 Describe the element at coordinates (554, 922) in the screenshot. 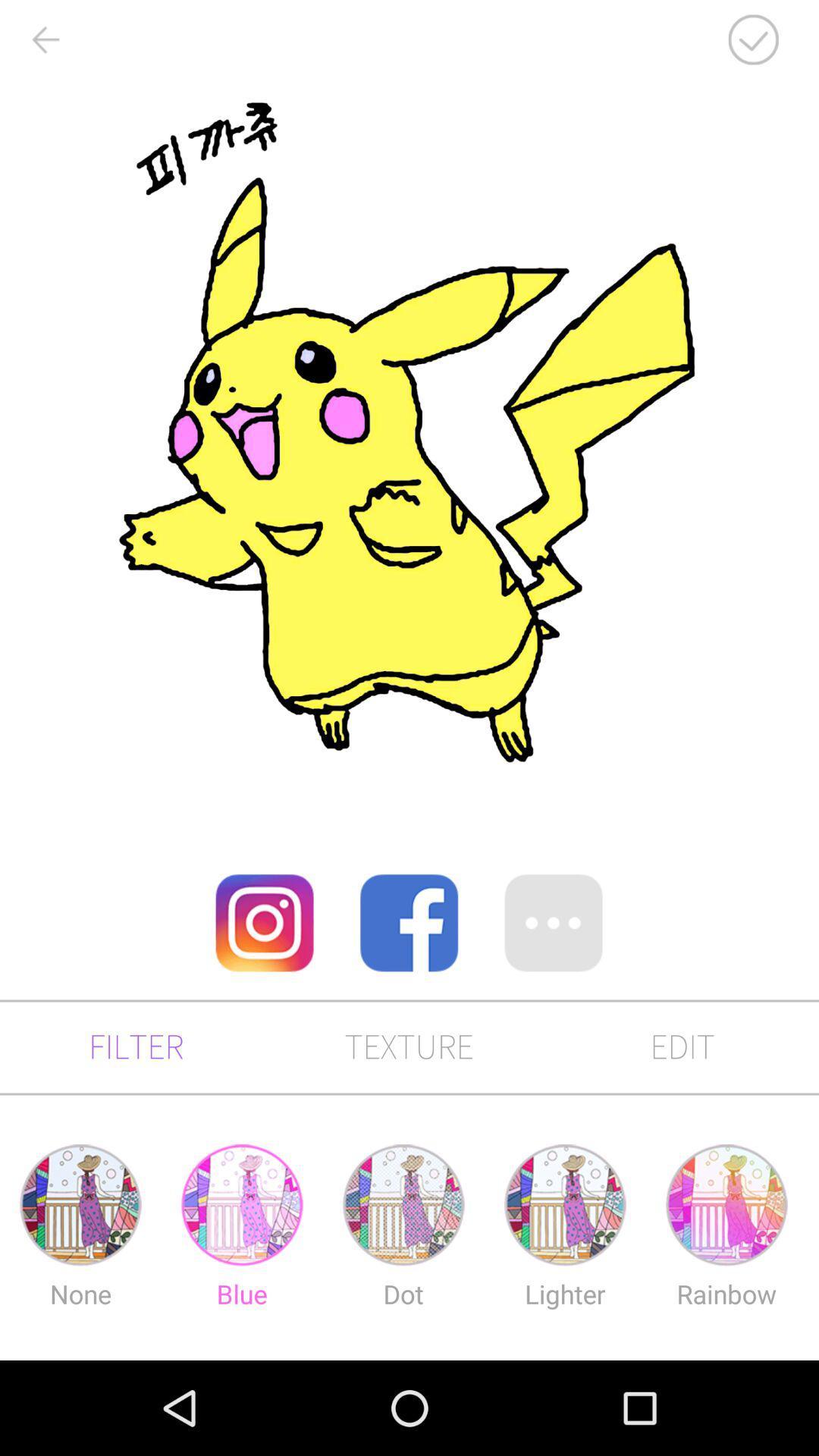

I see `the more icon` at that location.